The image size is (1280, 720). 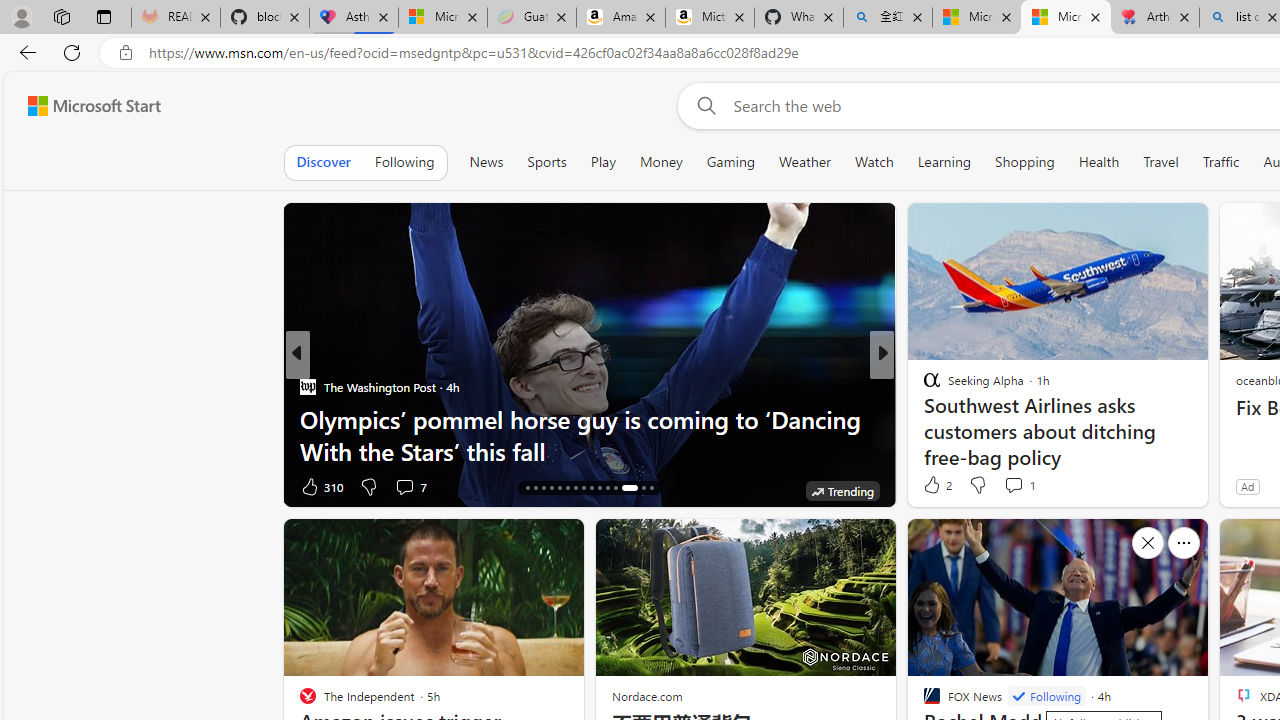 What do you see at coordinates (614, 488) in the screenshot?
I see `'AutomationID: tab-27'` at bounding box center [614, 488].